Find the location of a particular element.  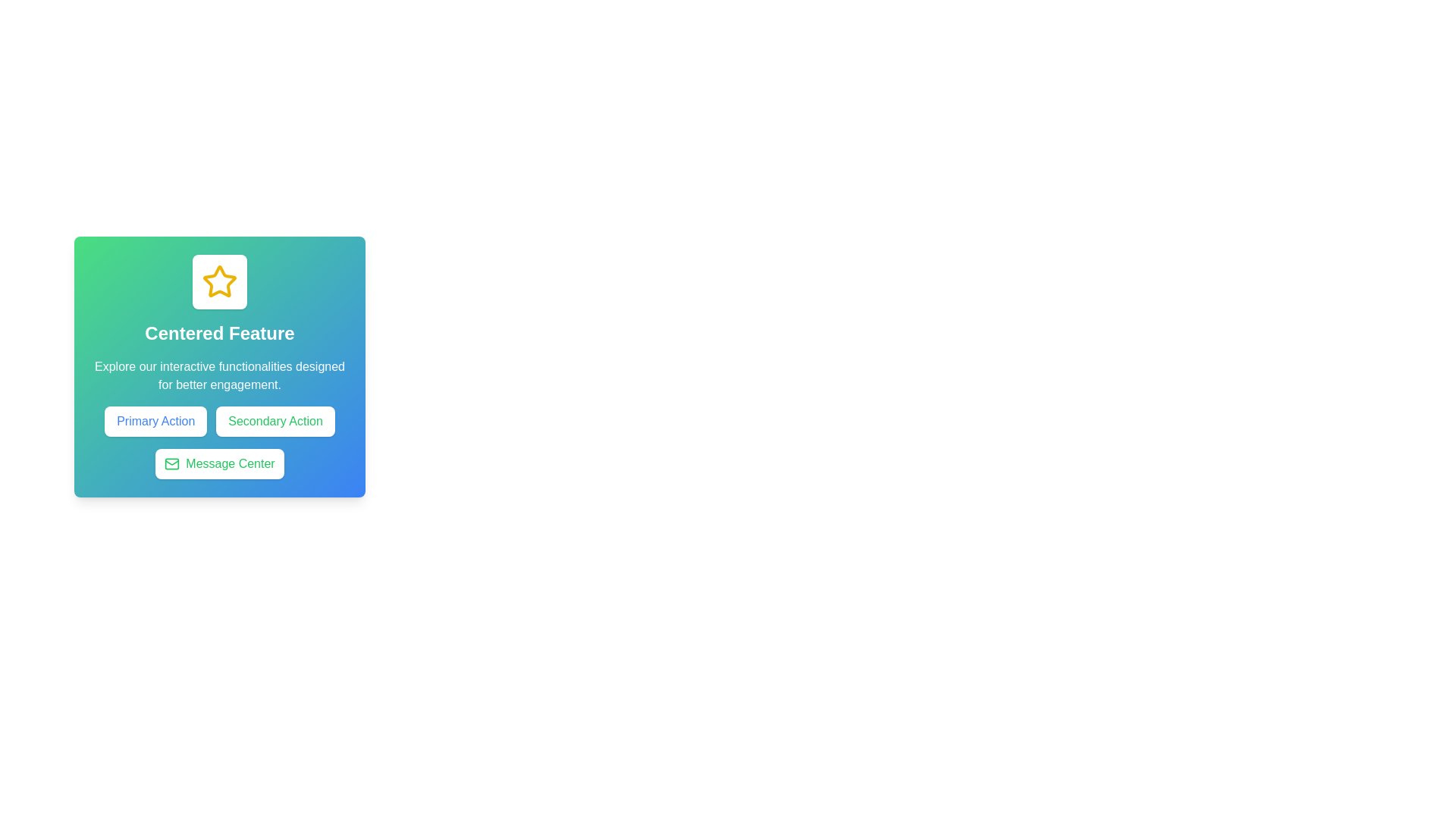

the 'Message Center' button which encompasses the envelope icon represented by a white rectangular shape with rounded corners is located at coordinates (172, 463).